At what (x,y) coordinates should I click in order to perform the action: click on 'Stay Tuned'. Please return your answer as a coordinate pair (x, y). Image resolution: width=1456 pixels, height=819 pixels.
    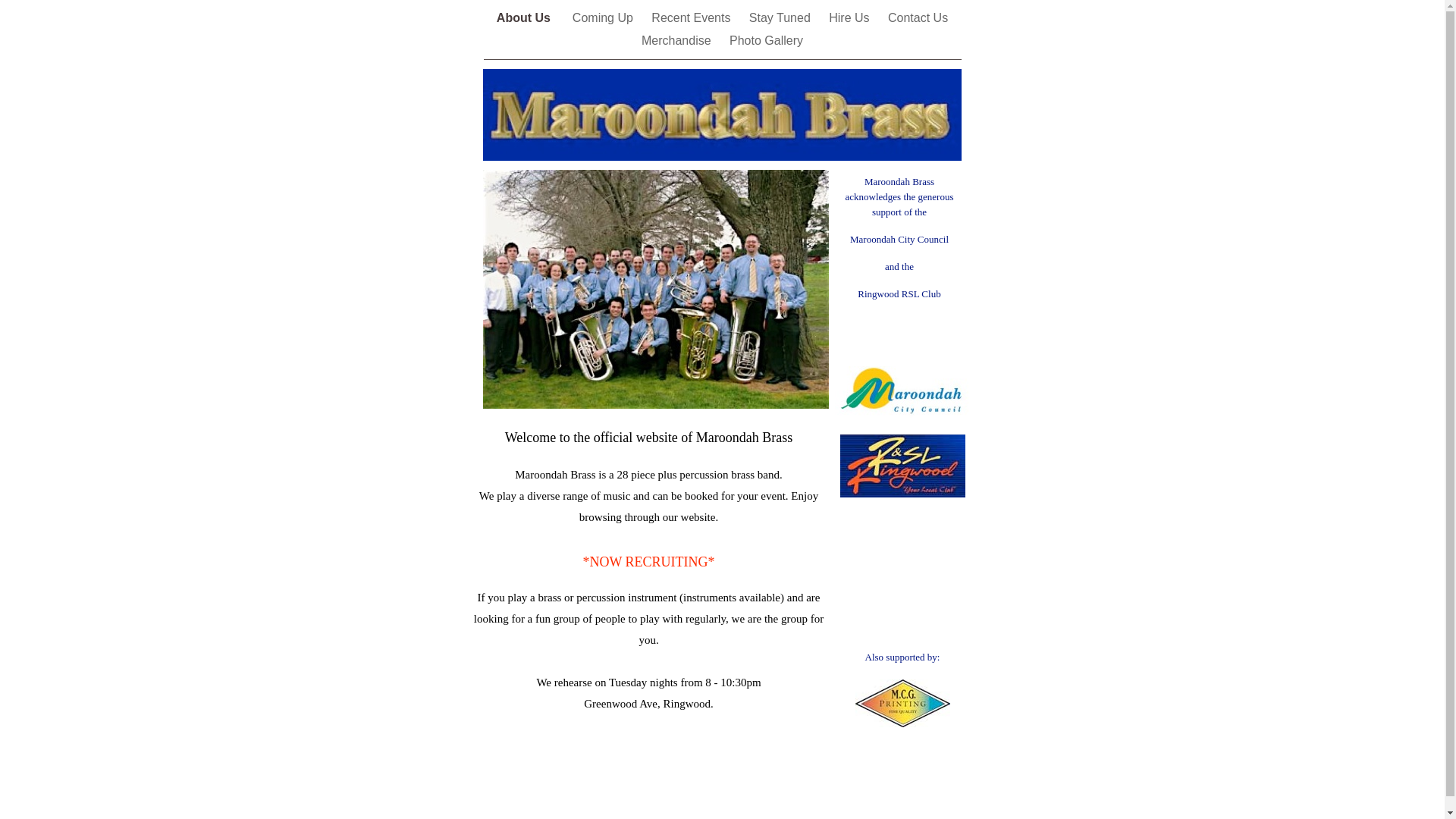
    Looking at the image, I should click on (781, 17).